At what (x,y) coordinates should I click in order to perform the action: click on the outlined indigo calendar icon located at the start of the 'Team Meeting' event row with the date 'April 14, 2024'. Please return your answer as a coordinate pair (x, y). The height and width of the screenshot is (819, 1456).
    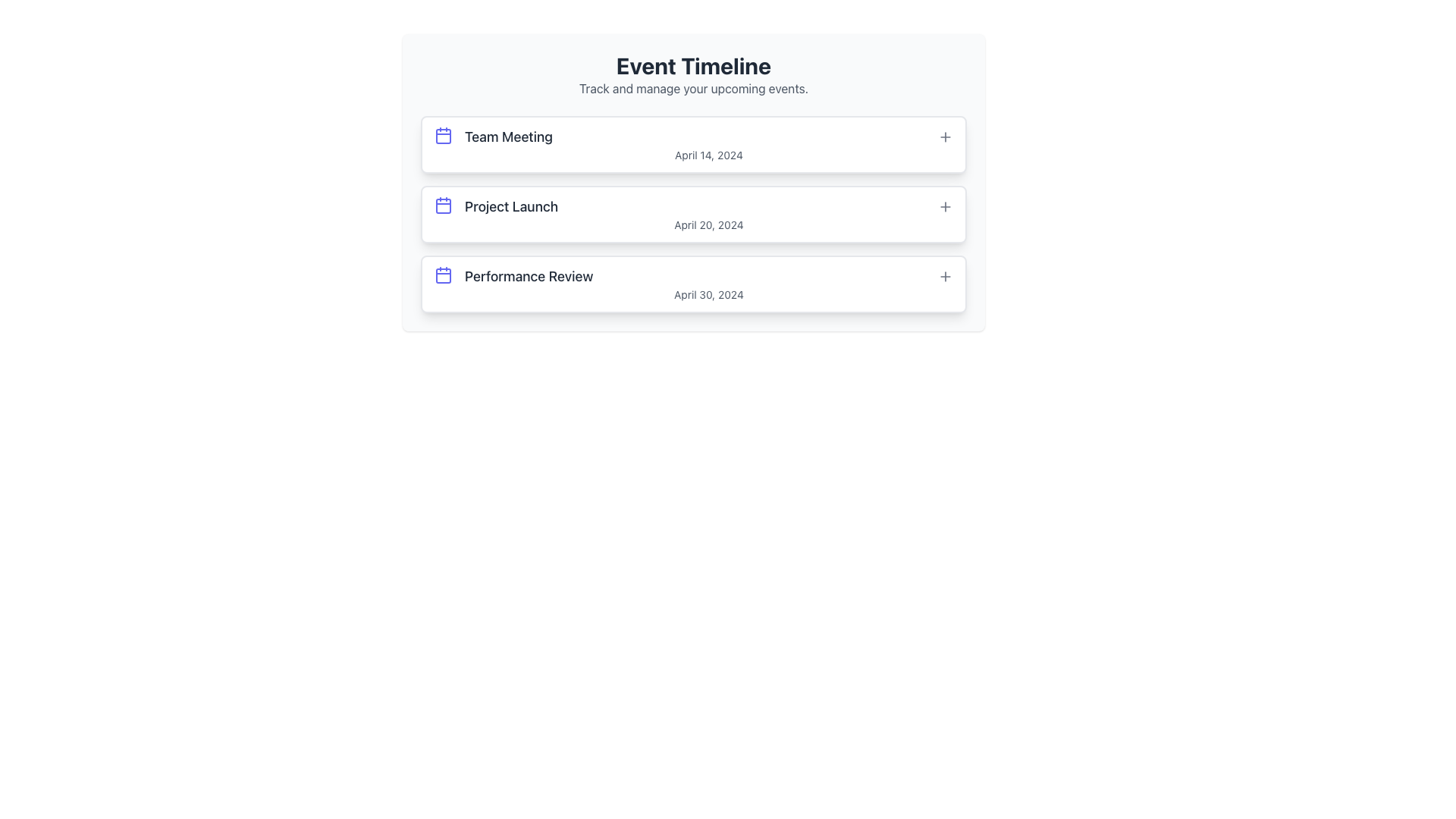
    Looking at the image, I should click on (443, 134).